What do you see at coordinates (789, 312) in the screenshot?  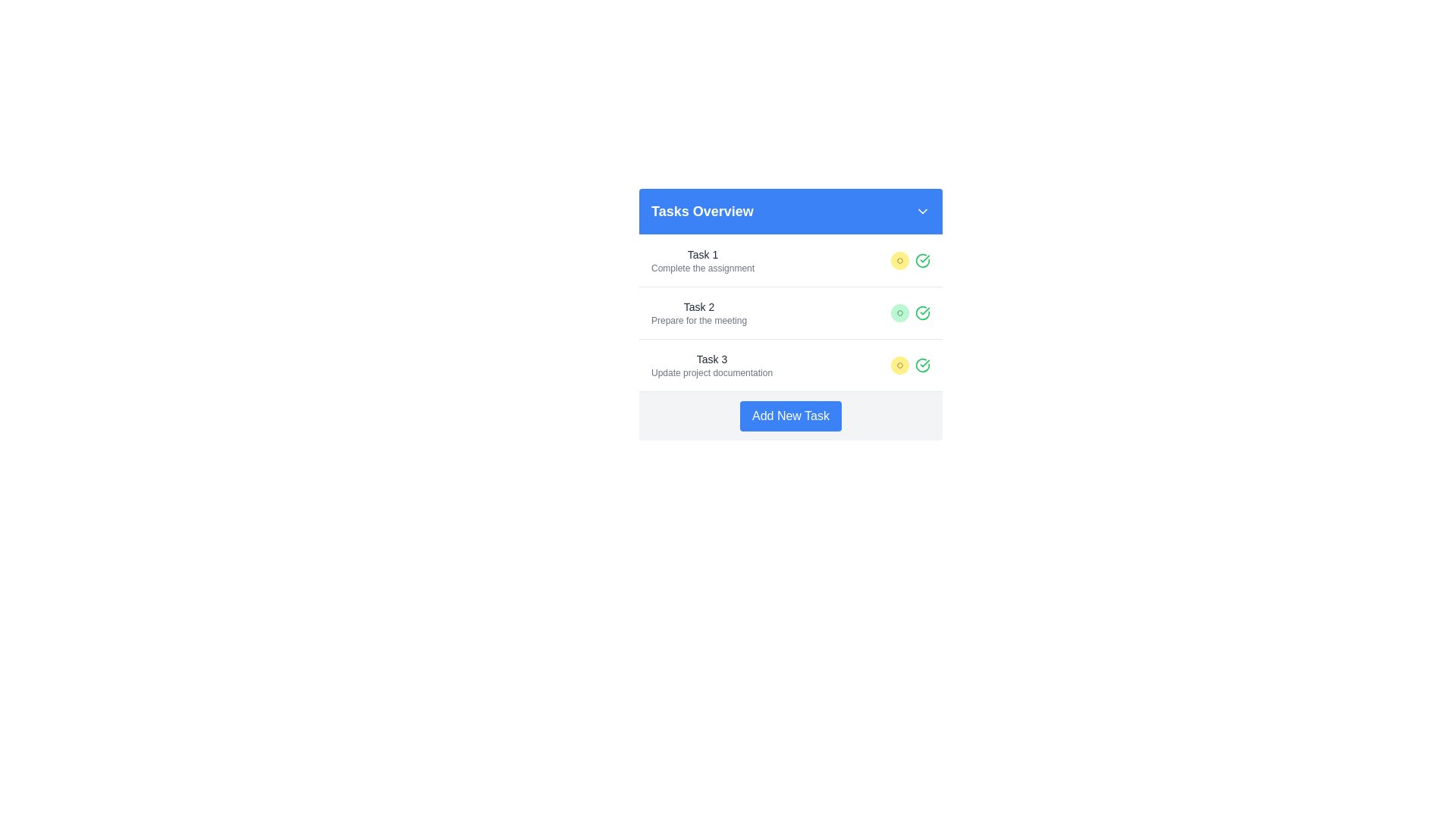 I see `the second task item in the task list` at bounding box center [789, 312].